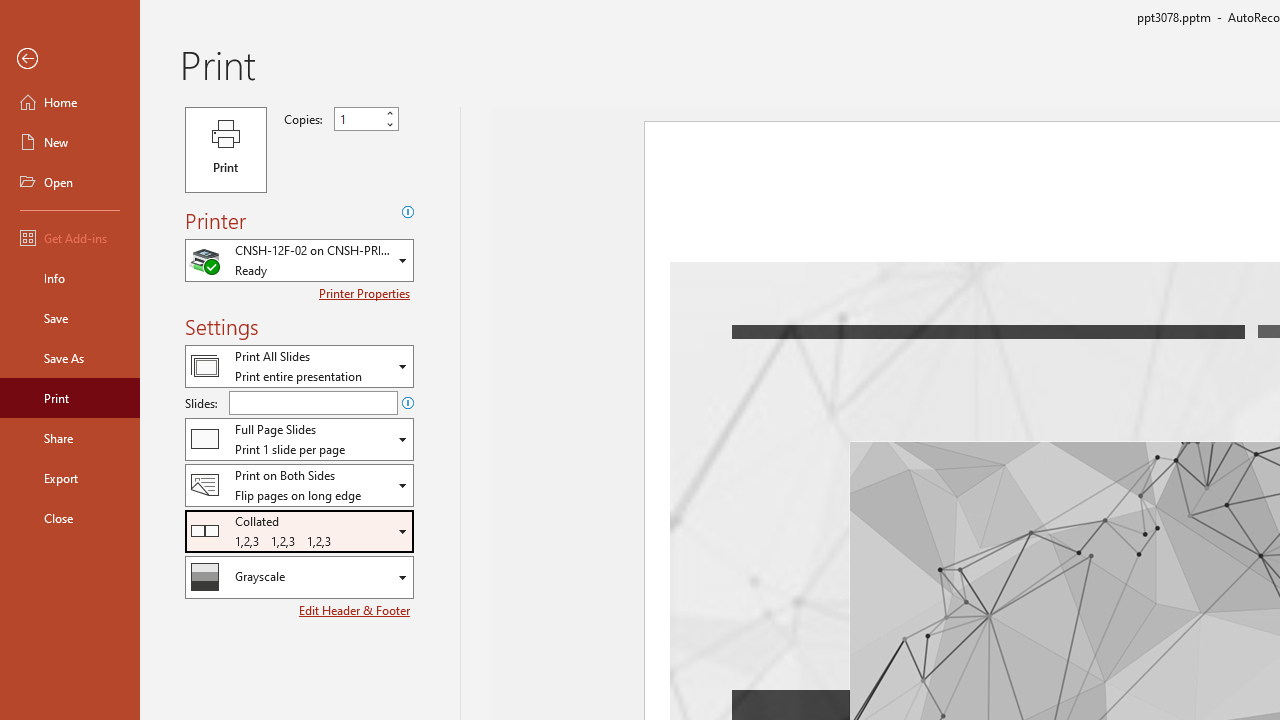 The width and height of the screenshot is (1280, 720). Describe the element at coordinates (298, 530) in the screenshot. I see `'Collation'` at that location.